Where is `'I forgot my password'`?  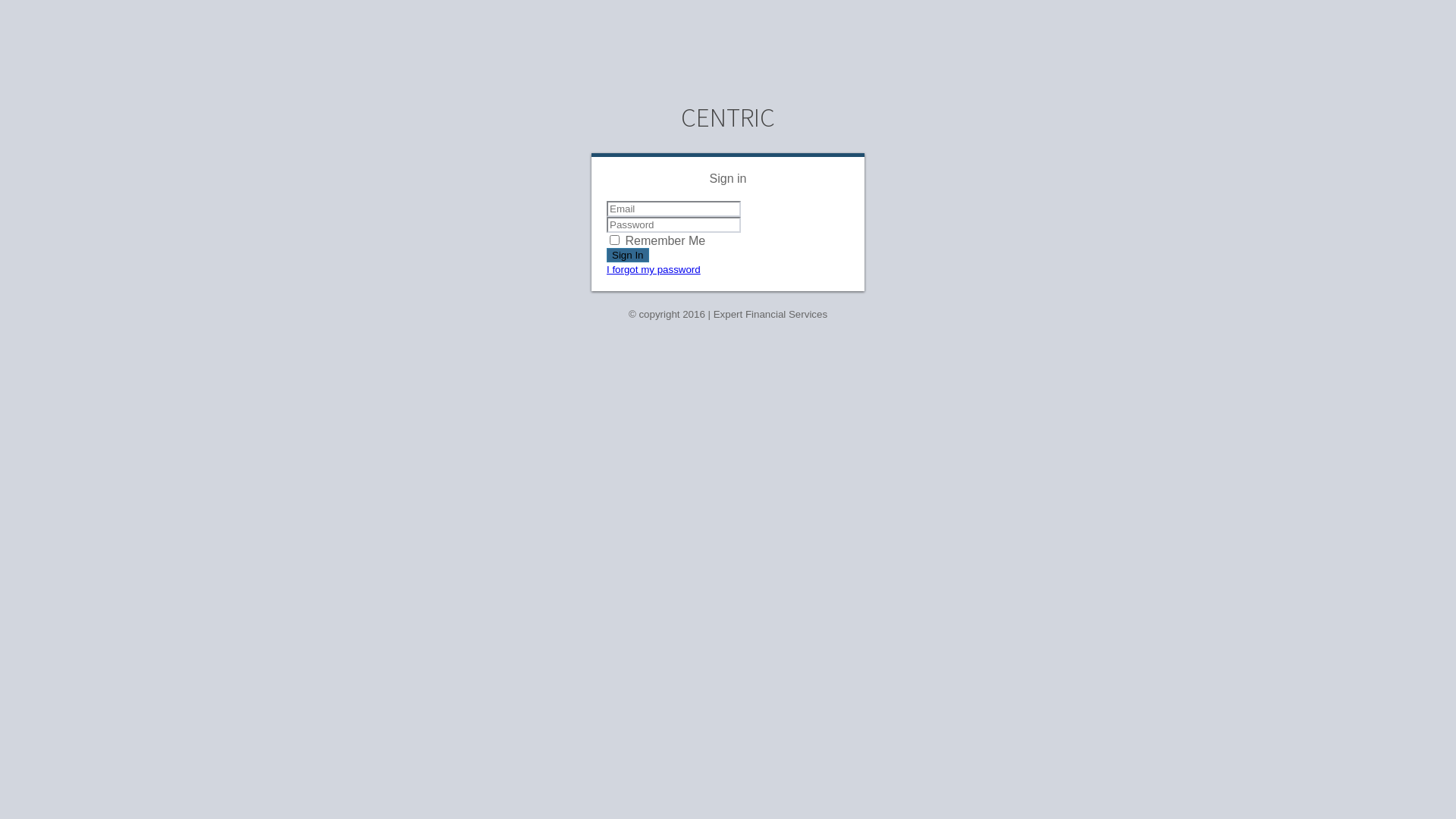 'I forgot my password' is located at coordinates (654, 268).